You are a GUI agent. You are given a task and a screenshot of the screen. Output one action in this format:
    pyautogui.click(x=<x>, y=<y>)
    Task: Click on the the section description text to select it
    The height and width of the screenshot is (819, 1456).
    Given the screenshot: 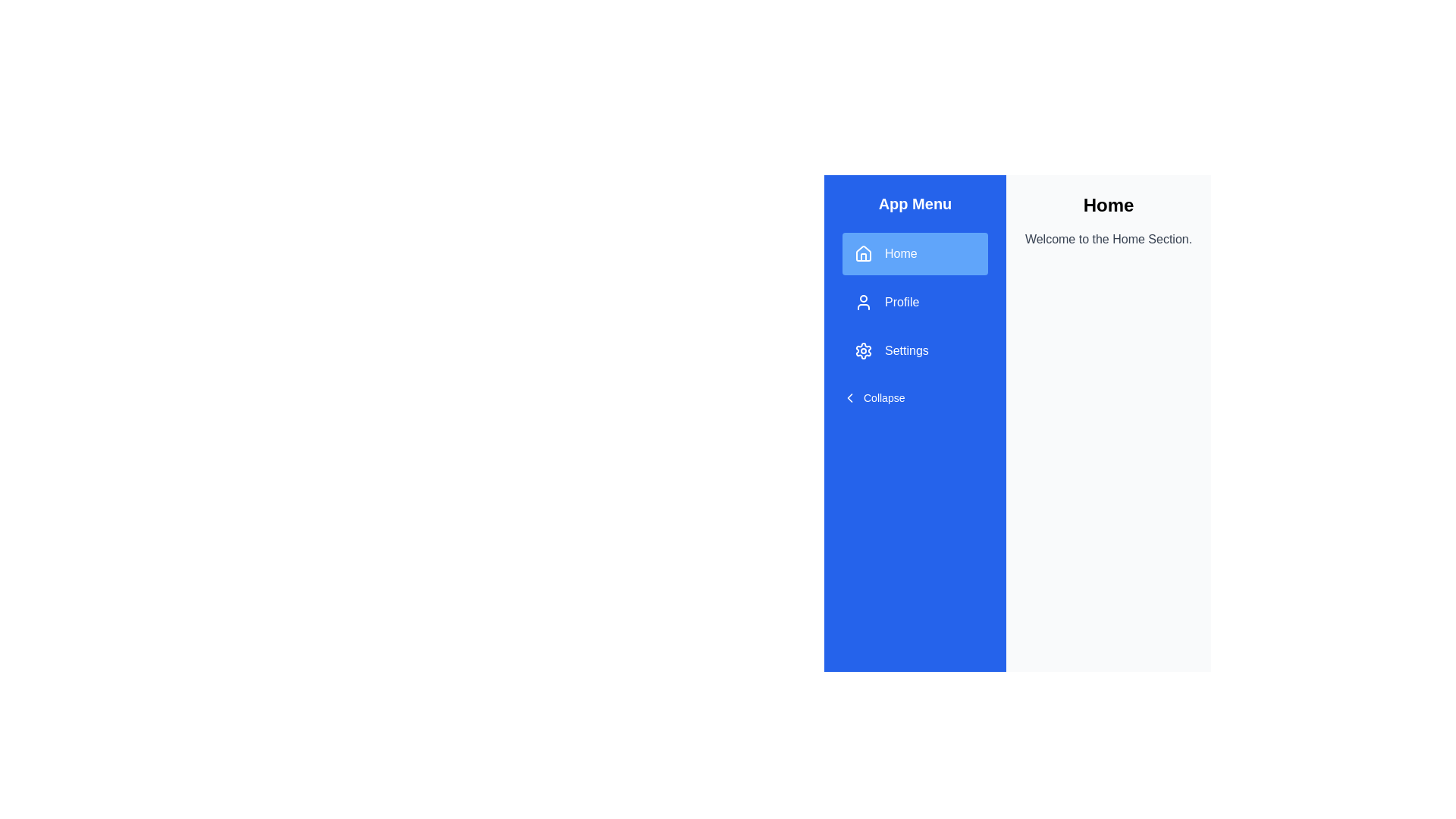 What is the action you would take?
    pyautogui.click(x=1109, y=239)
    